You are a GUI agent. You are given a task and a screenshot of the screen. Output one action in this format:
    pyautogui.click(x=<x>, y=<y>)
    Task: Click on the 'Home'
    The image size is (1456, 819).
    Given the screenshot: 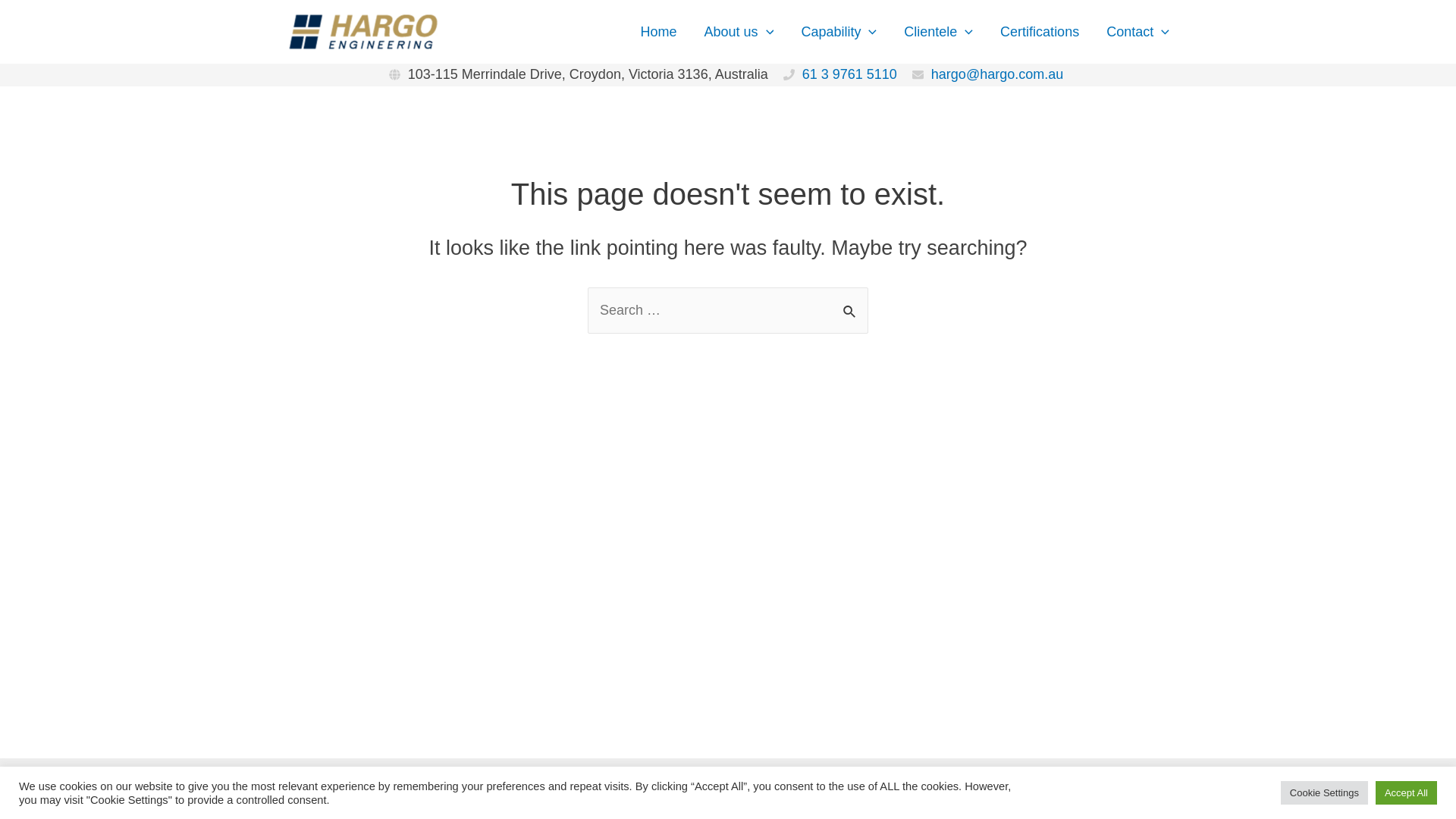 What is the action you would take?
    pyautogui.click(x=658, y=31)
    